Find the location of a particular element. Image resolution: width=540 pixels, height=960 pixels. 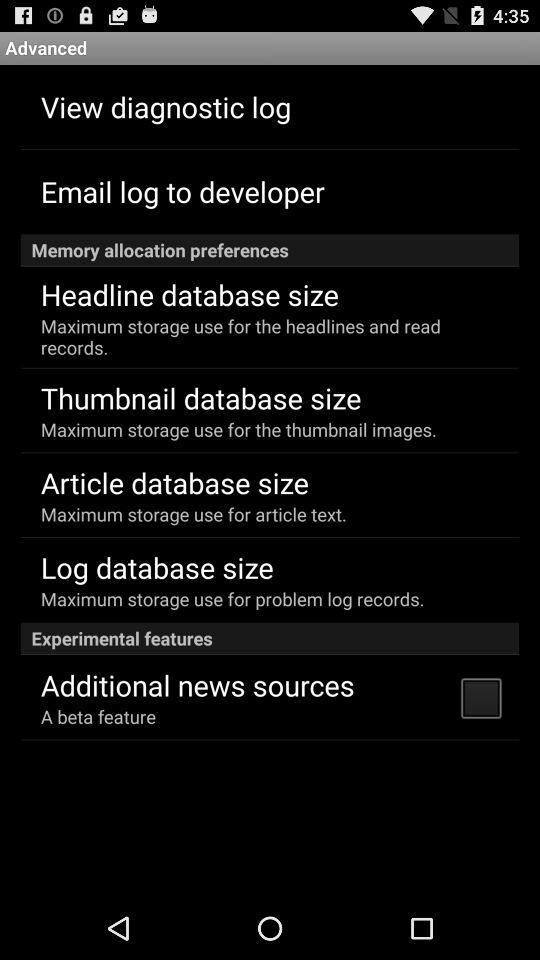

the app below the additional news sources icon is located at coordinates (97, 716).